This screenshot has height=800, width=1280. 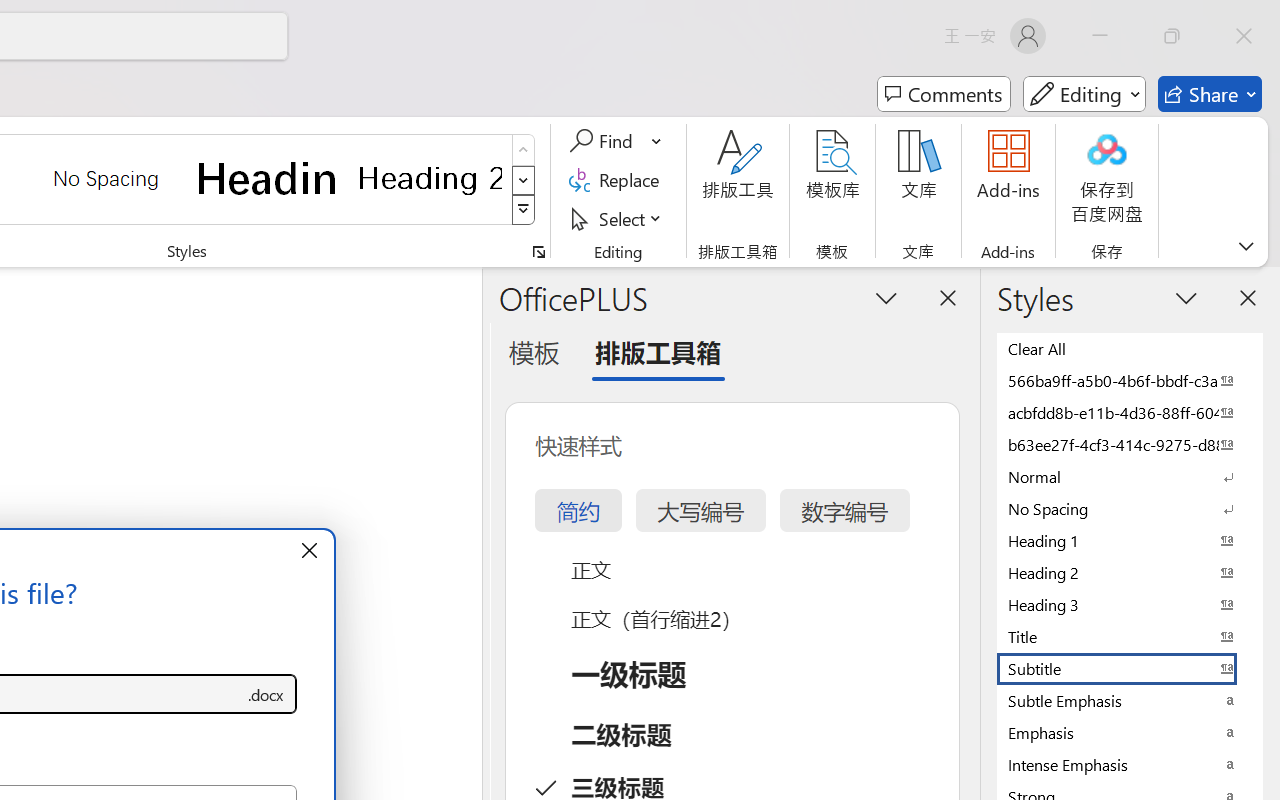 What do you see at coordinates (524, 210) in the screenshot?
I see `'Class: NetUIImage'` at bounding box center [524, 210].